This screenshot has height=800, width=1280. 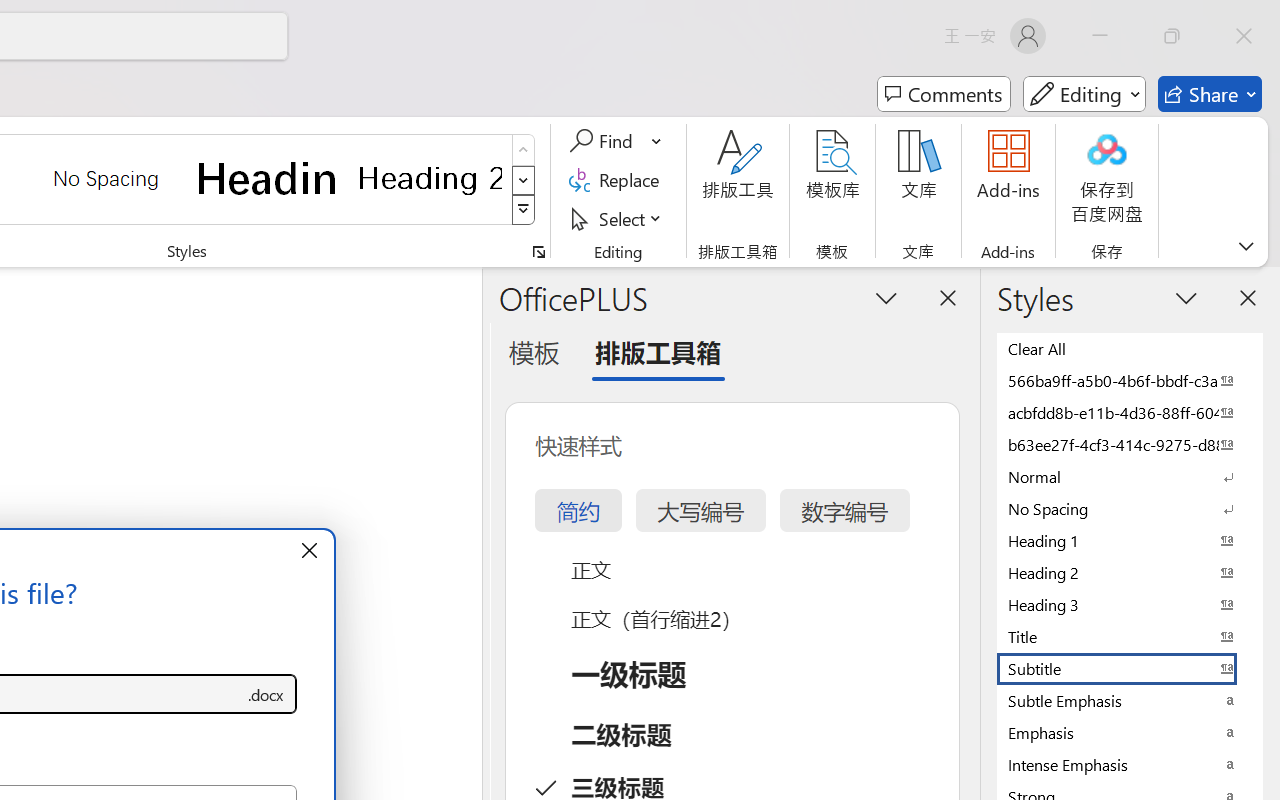 What do you see at coordinates (524, 210) in the screenshot?
I see `'Class: NetUIImage'` at bounding box center [524, 210].